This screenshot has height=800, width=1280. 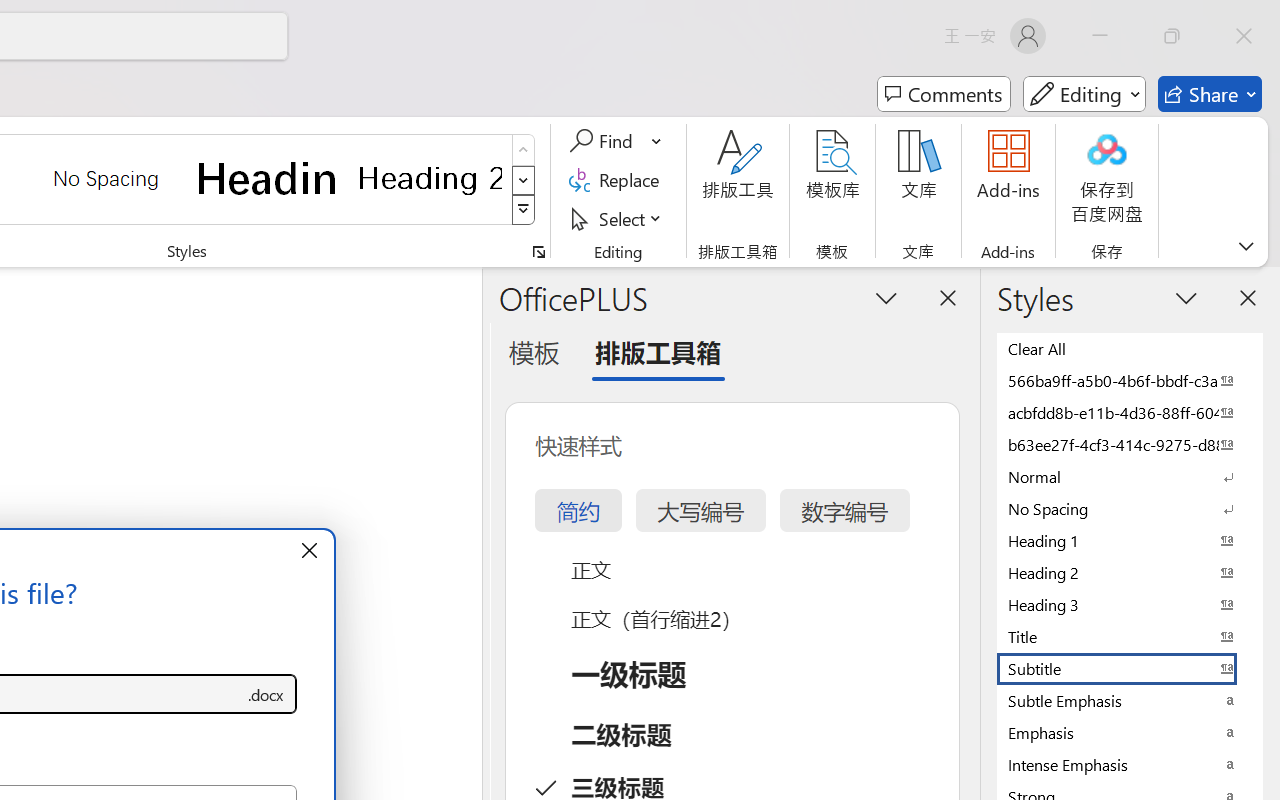 What do you see at coordinates (524, 210) in the screenshot?
I see `'Class: NetUIImage'` at bounding box center [524, 210].